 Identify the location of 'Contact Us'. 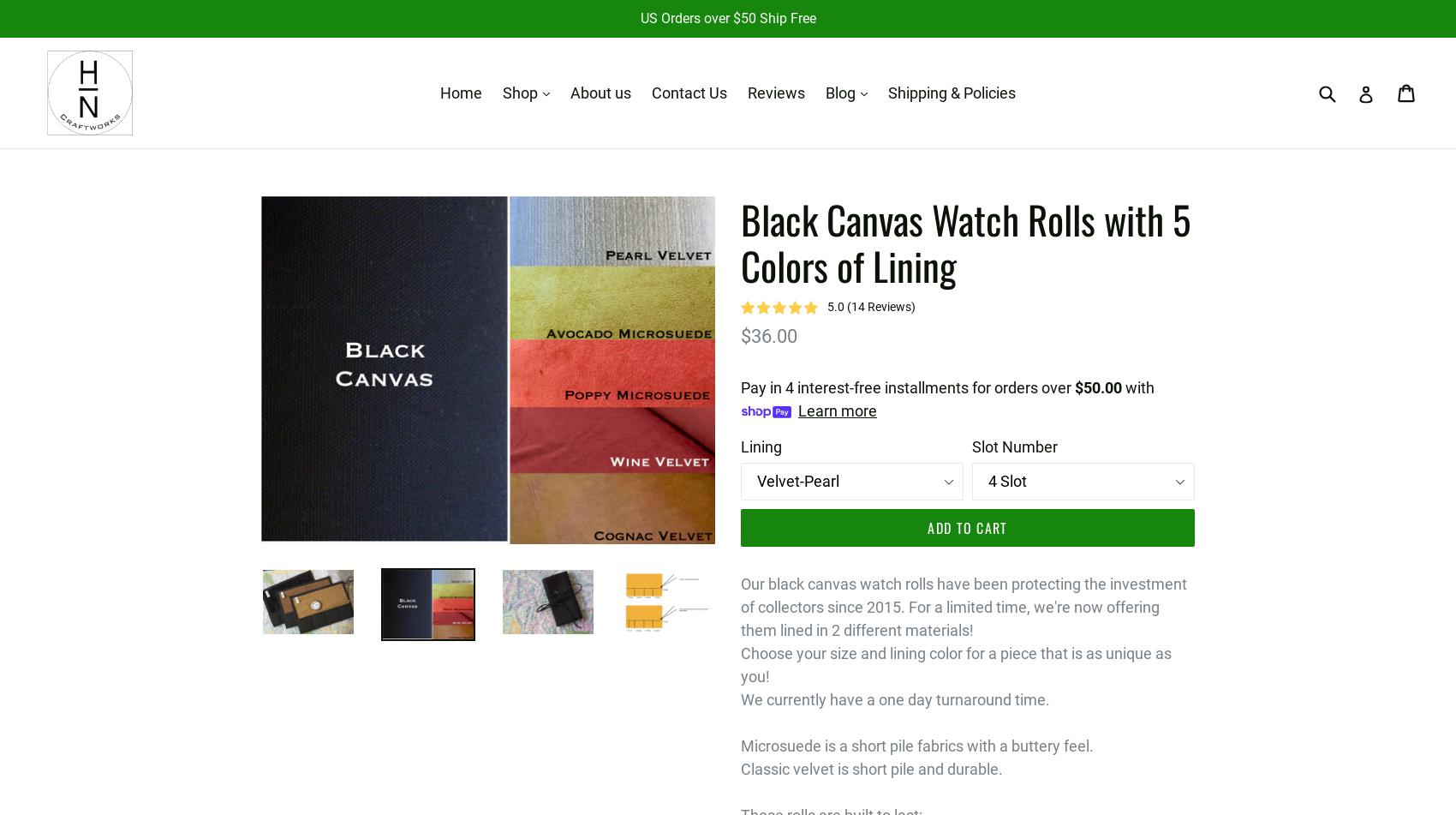
(688, 93).